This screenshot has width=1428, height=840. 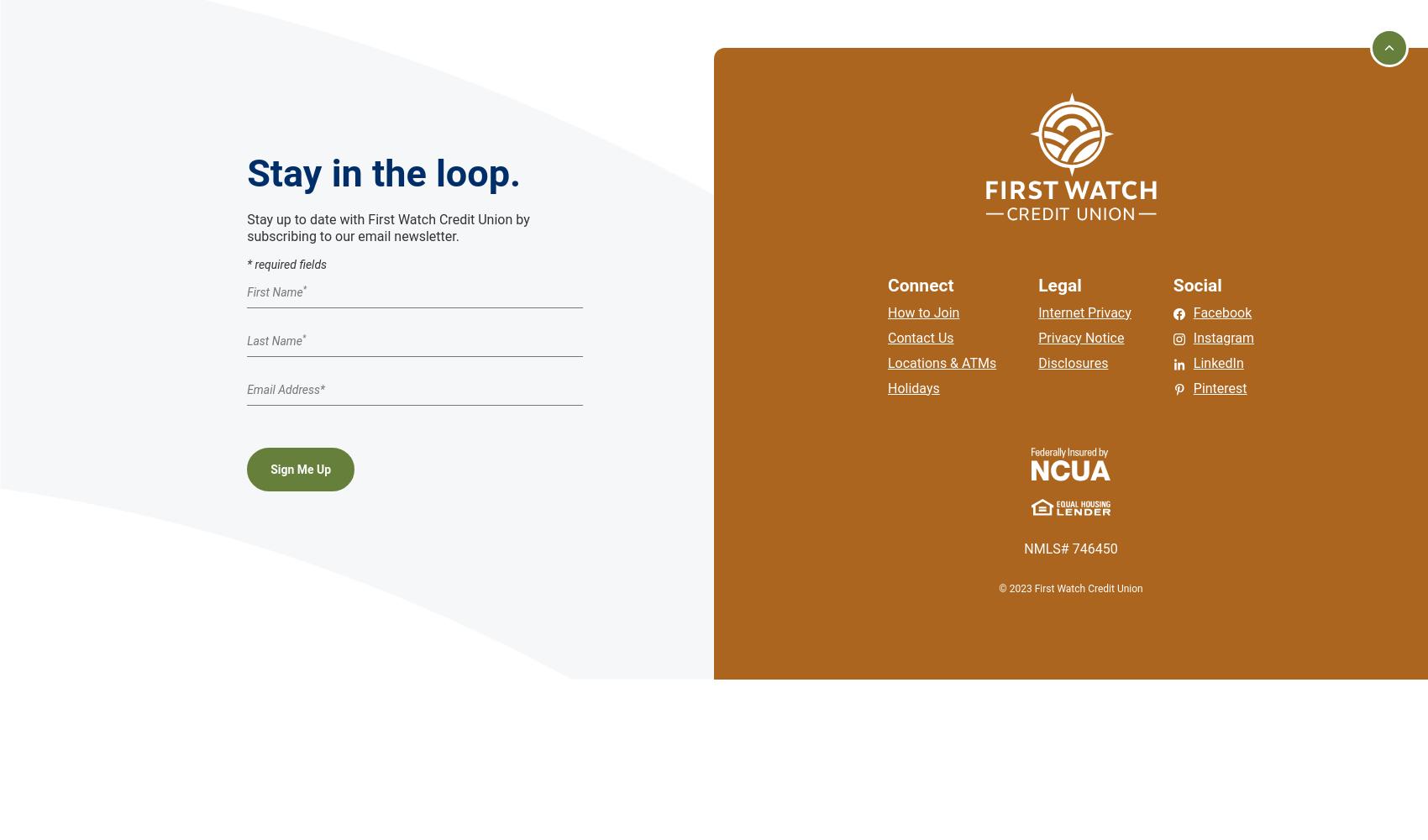 What do you see at coordinates (273, 341) in the screenshot?
I see `'Last Name'` at bounding box center [273, 341].